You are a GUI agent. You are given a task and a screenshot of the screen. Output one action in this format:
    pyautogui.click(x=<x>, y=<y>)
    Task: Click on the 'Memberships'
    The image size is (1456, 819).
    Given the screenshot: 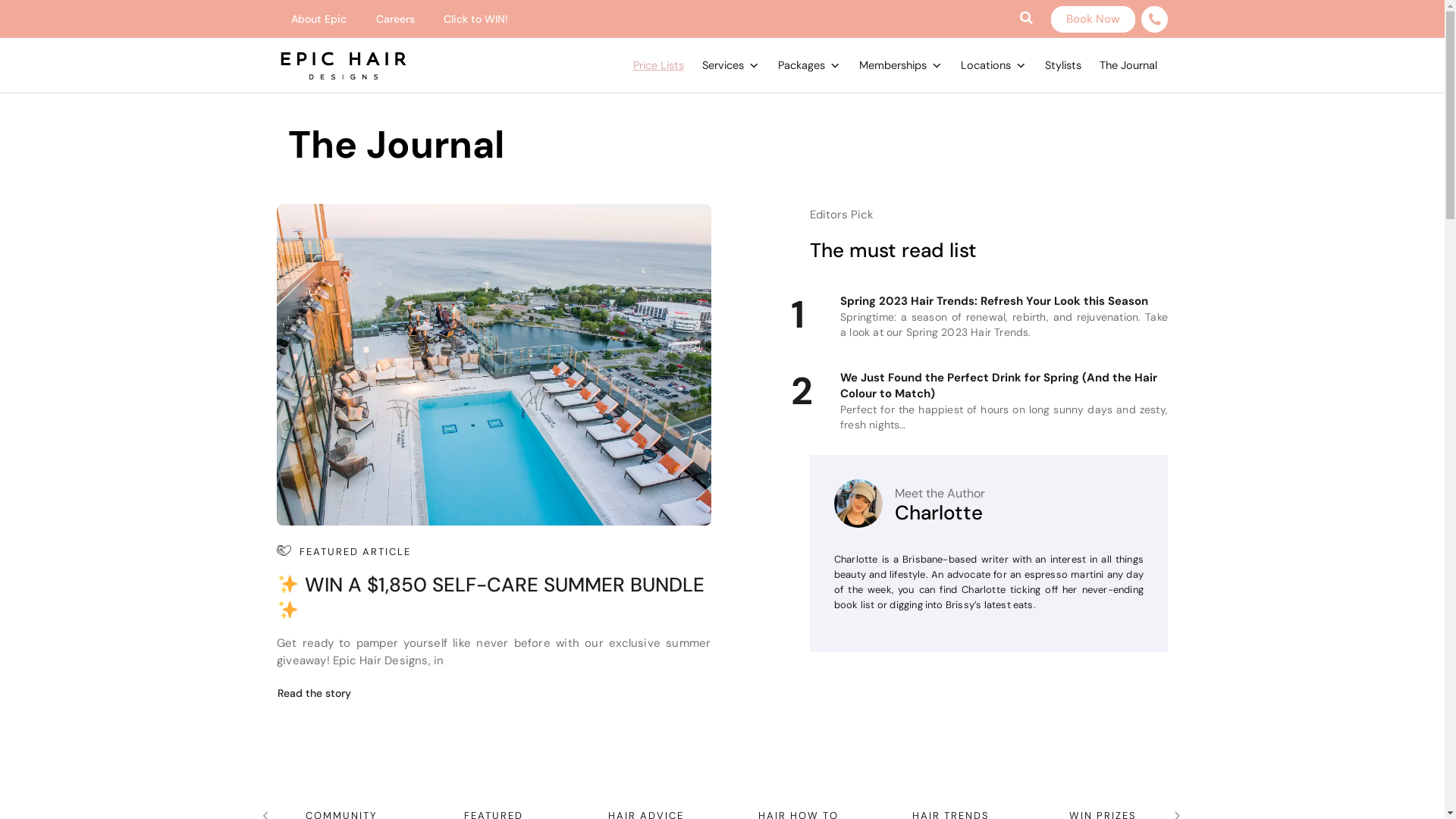 What is the action you would take?
    pyautogui.click(x=848, y=64)
    